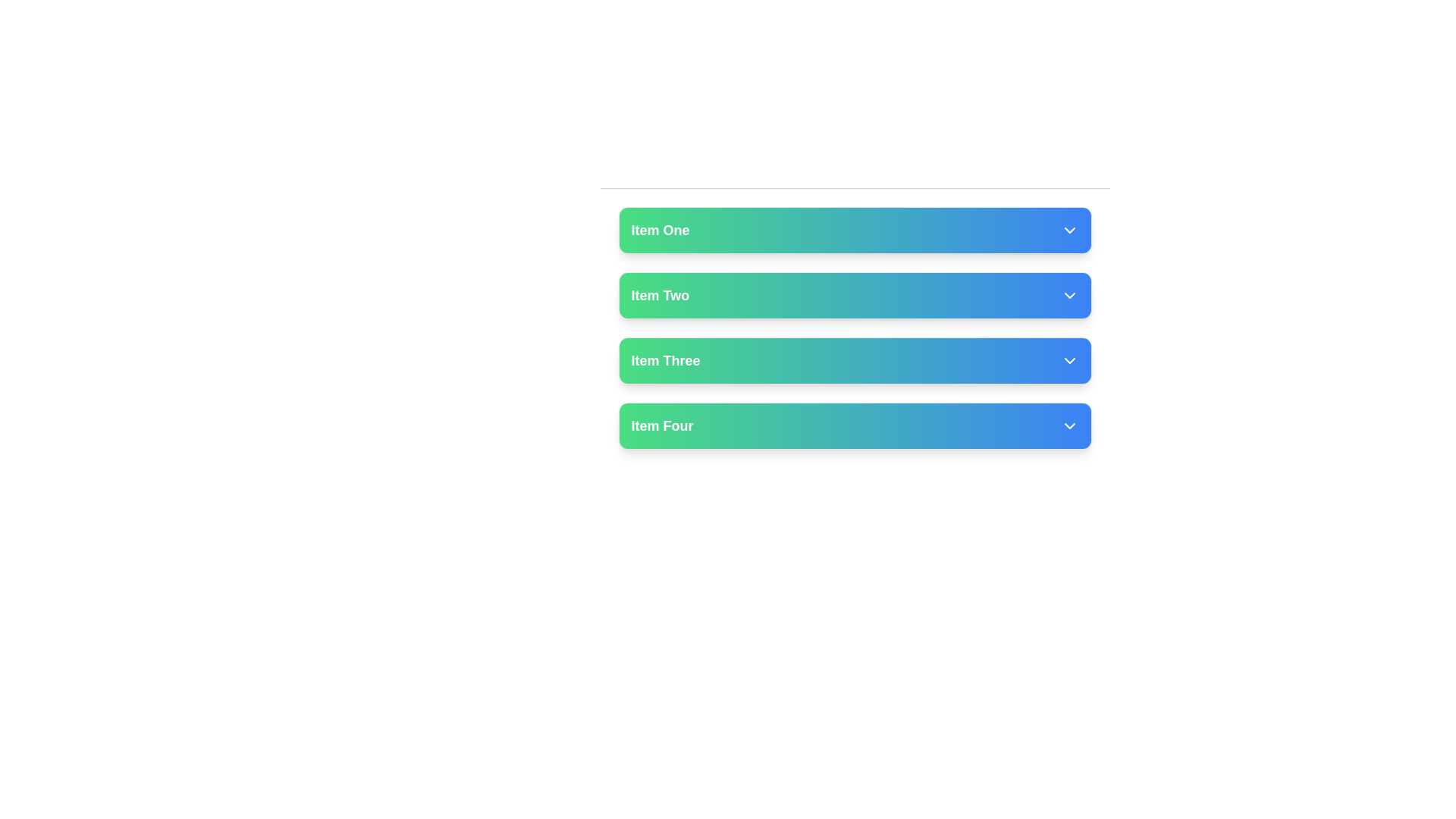 The height and width of the screenshot is (819, 1456). What do you see at coordinates (660, 295) in the screenshot?
I see `the text label 'Item Two'` at bounding box center [660, 295].